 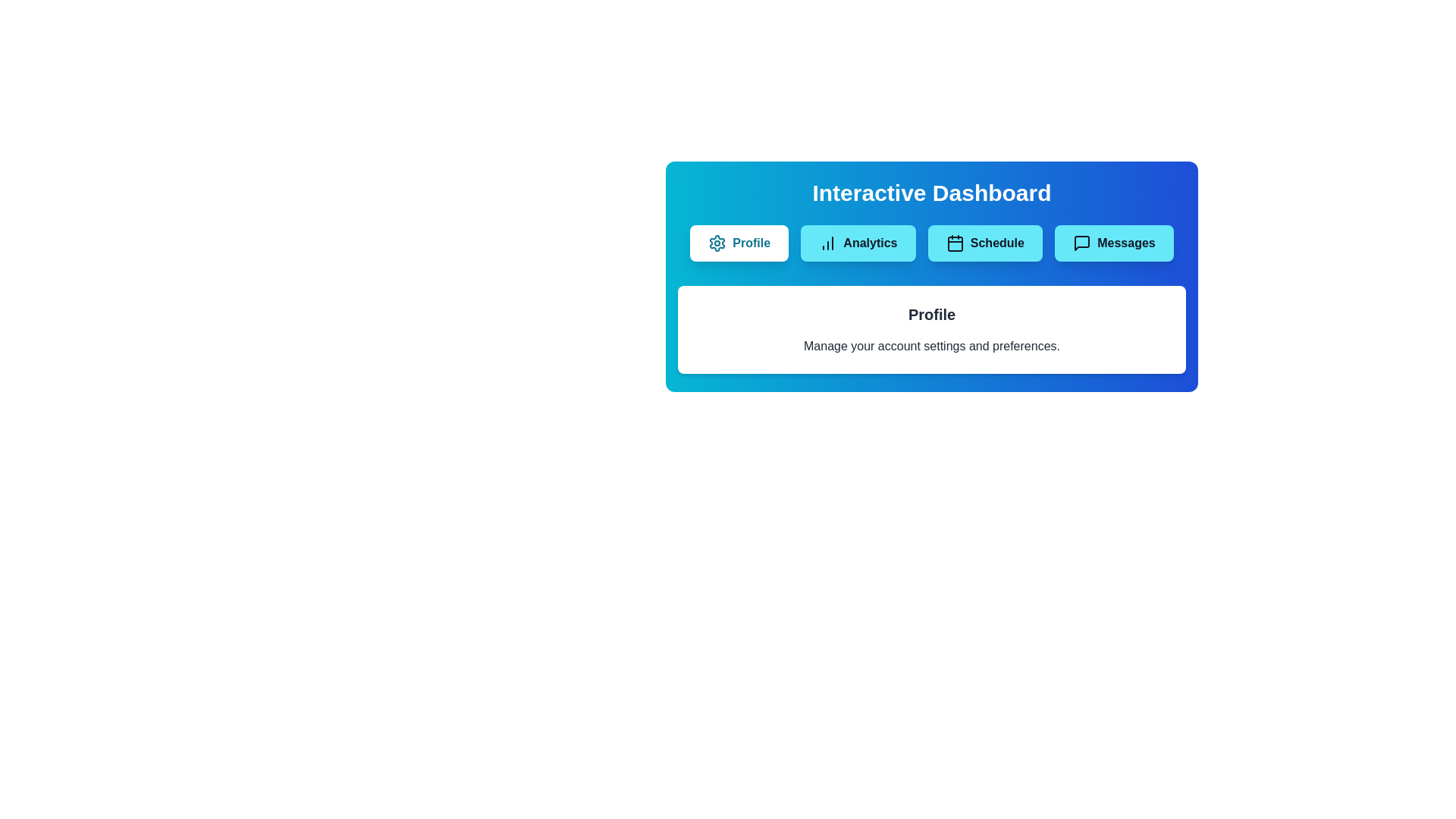 What do you see at coordinates (1113, 242) in the screenshot?
I see `the tab labeled Messages to view its content` at bounding box center [1113, 242].